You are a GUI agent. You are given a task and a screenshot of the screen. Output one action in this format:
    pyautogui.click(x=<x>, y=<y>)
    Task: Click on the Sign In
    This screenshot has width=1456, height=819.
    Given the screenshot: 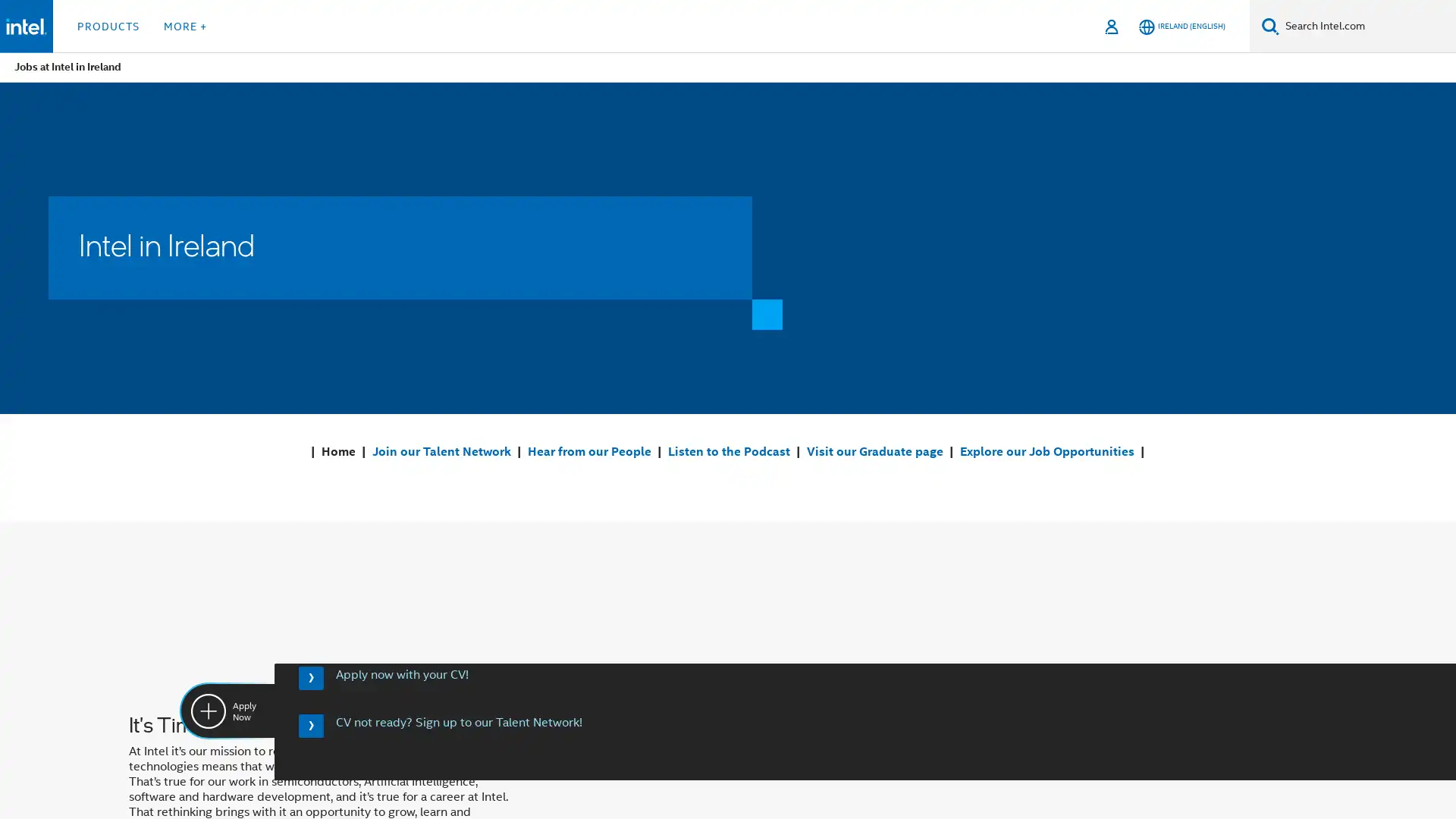 What is the action you would take?
    pyautogui.click(x=1112, y=26)
    